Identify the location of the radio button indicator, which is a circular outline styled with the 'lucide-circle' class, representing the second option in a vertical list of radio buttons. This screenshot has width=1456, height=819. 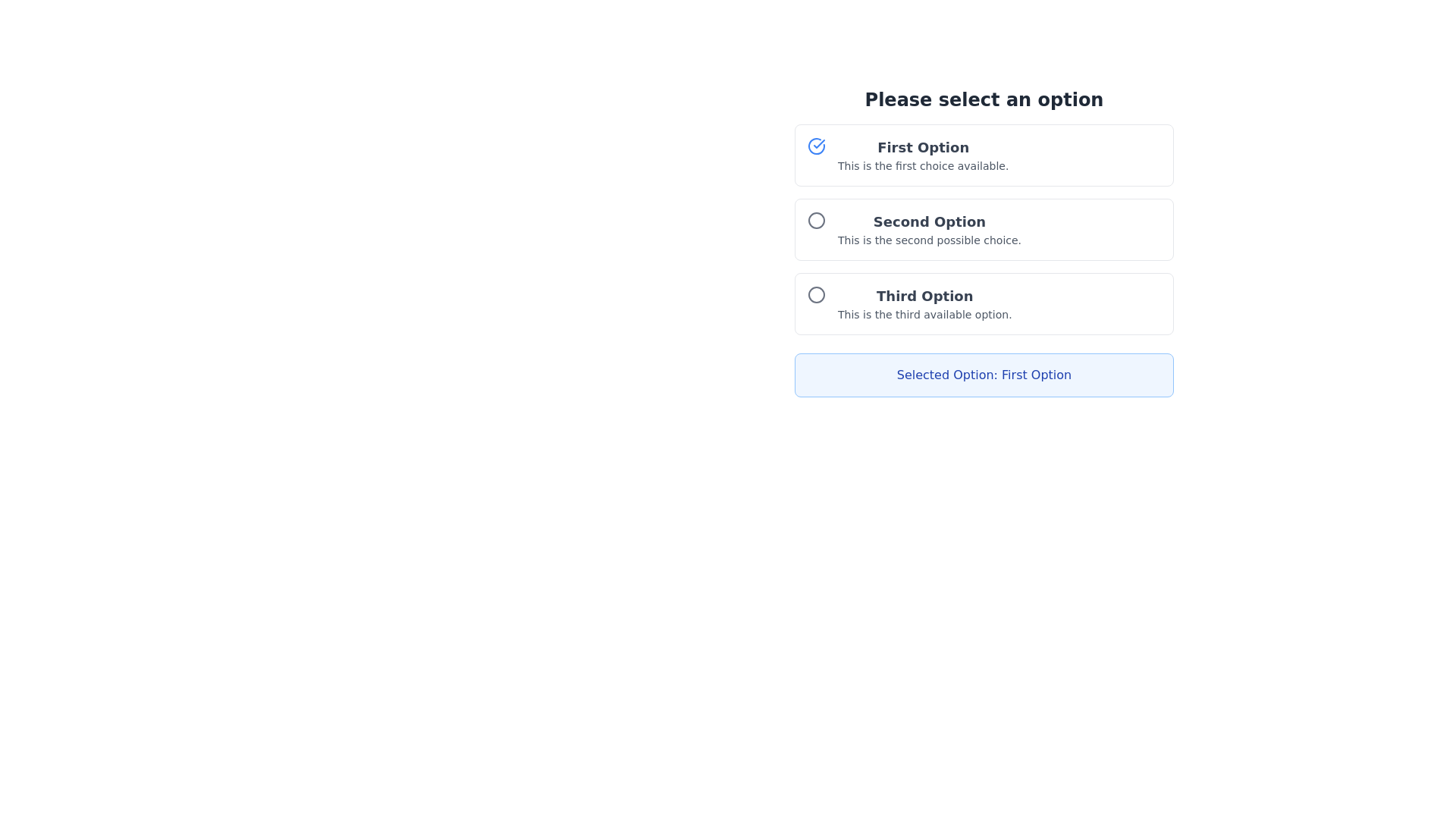
(815, 220).